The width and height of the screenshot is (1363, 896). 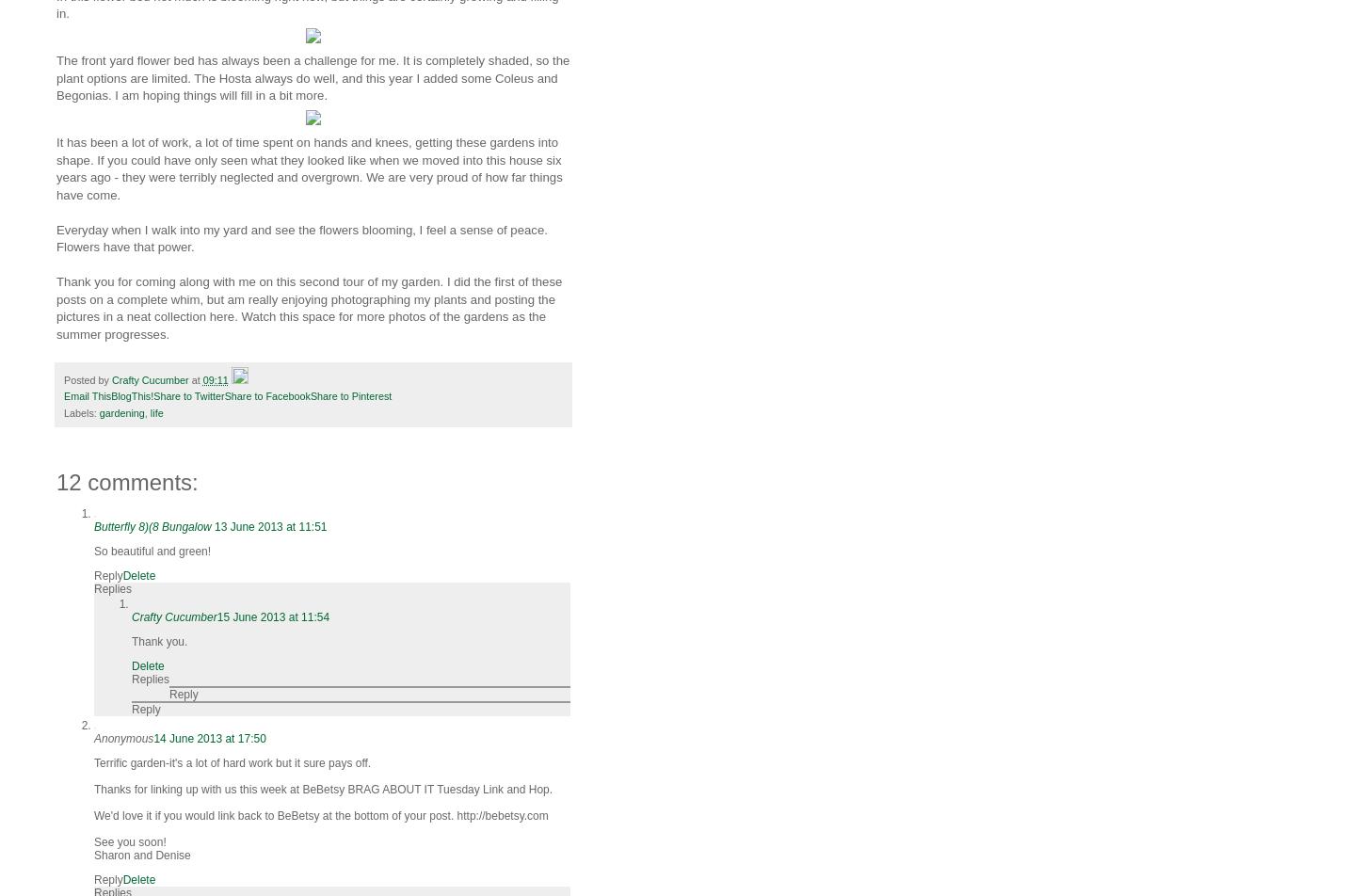 I want to click on 'Thank you.', so click(x=158, y=642).